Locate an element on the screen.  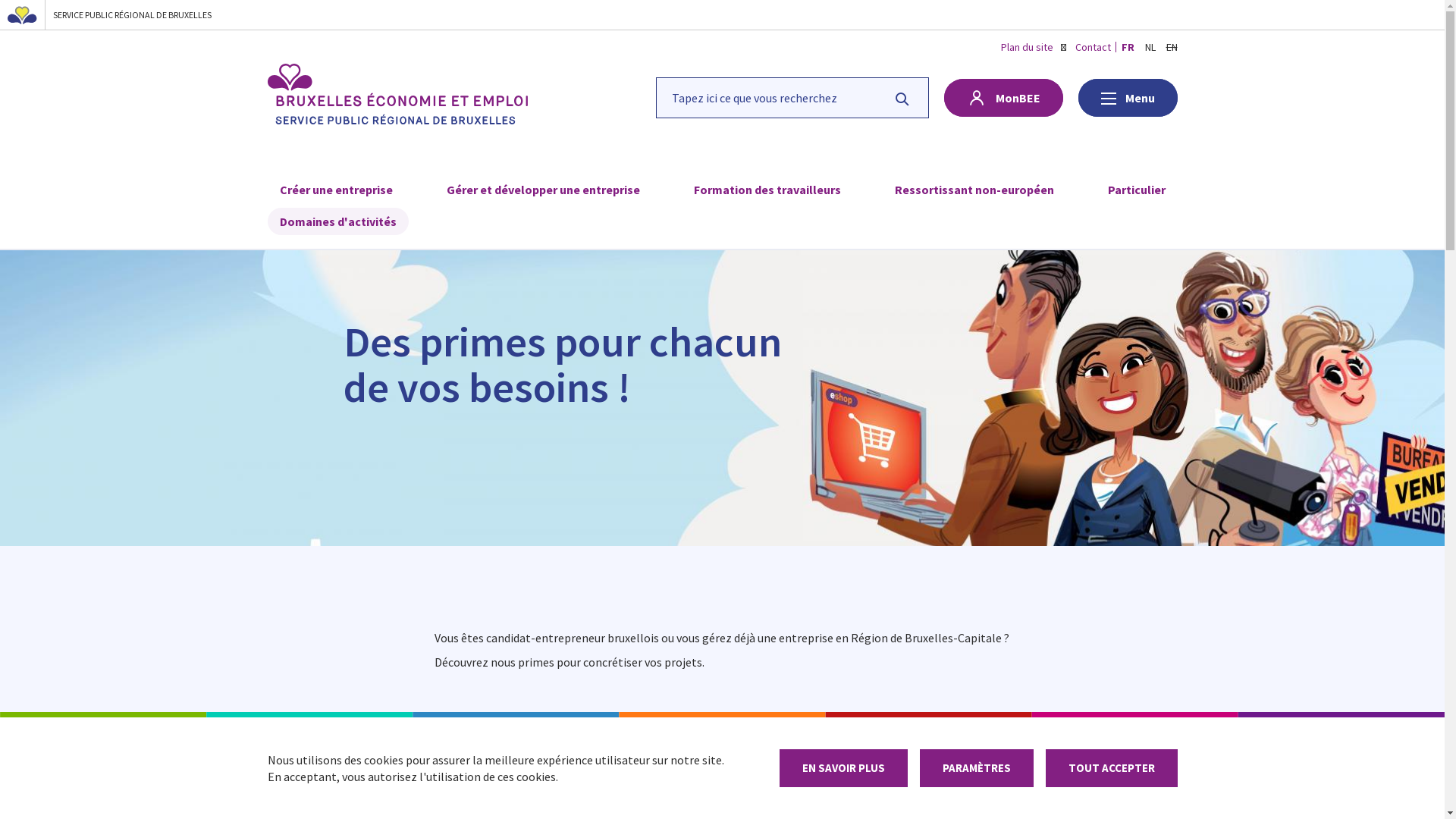
'EN SAVOIR PLUS' is located at coordinates (843, 768).